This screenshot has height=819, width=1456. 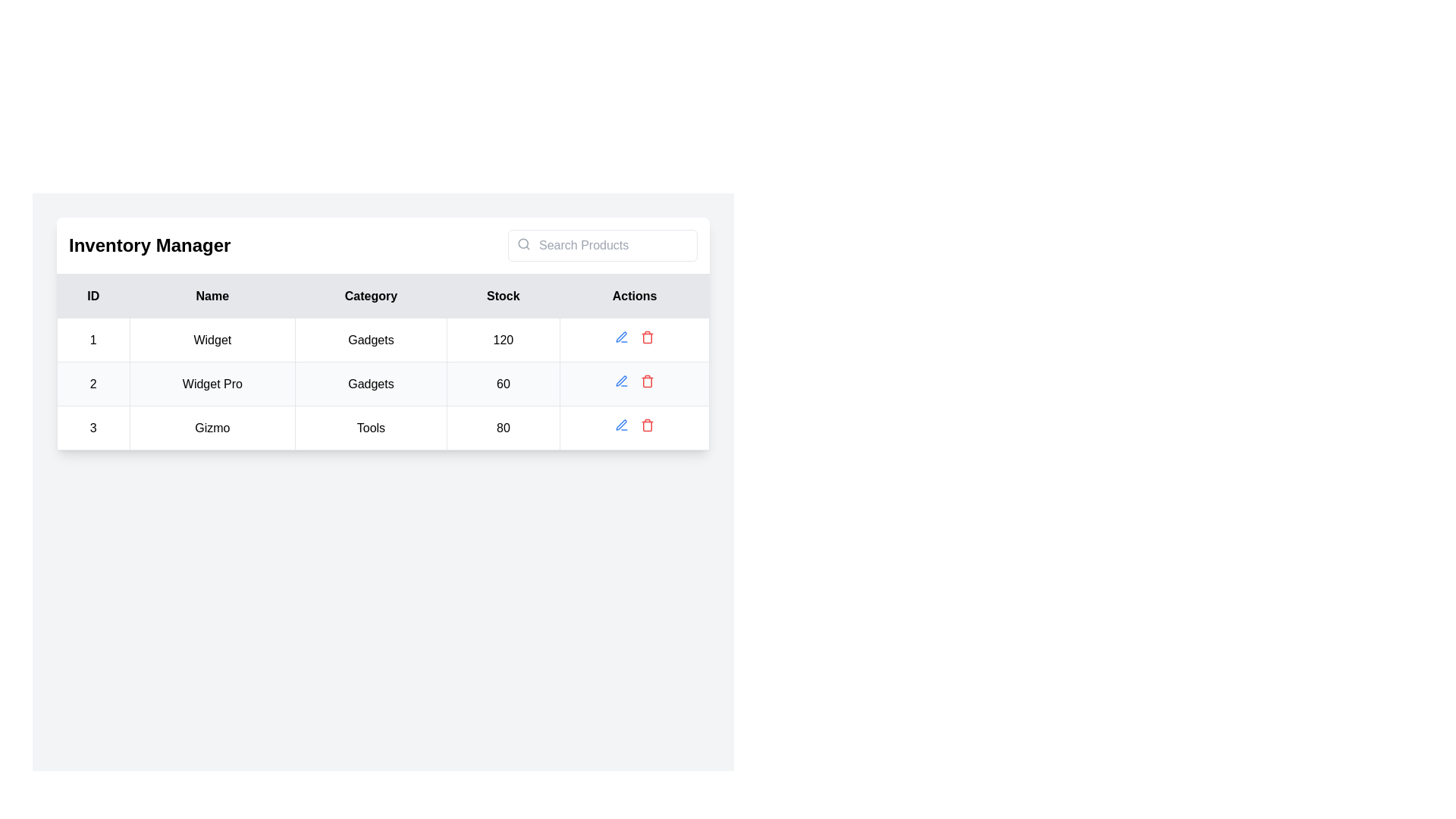 I want to click on the header cell displaying the word 'Category', which is the third entry in a row of five cells in the table header, located between the 'Name' and 'Stock' cells, so click(x=371, y=296).